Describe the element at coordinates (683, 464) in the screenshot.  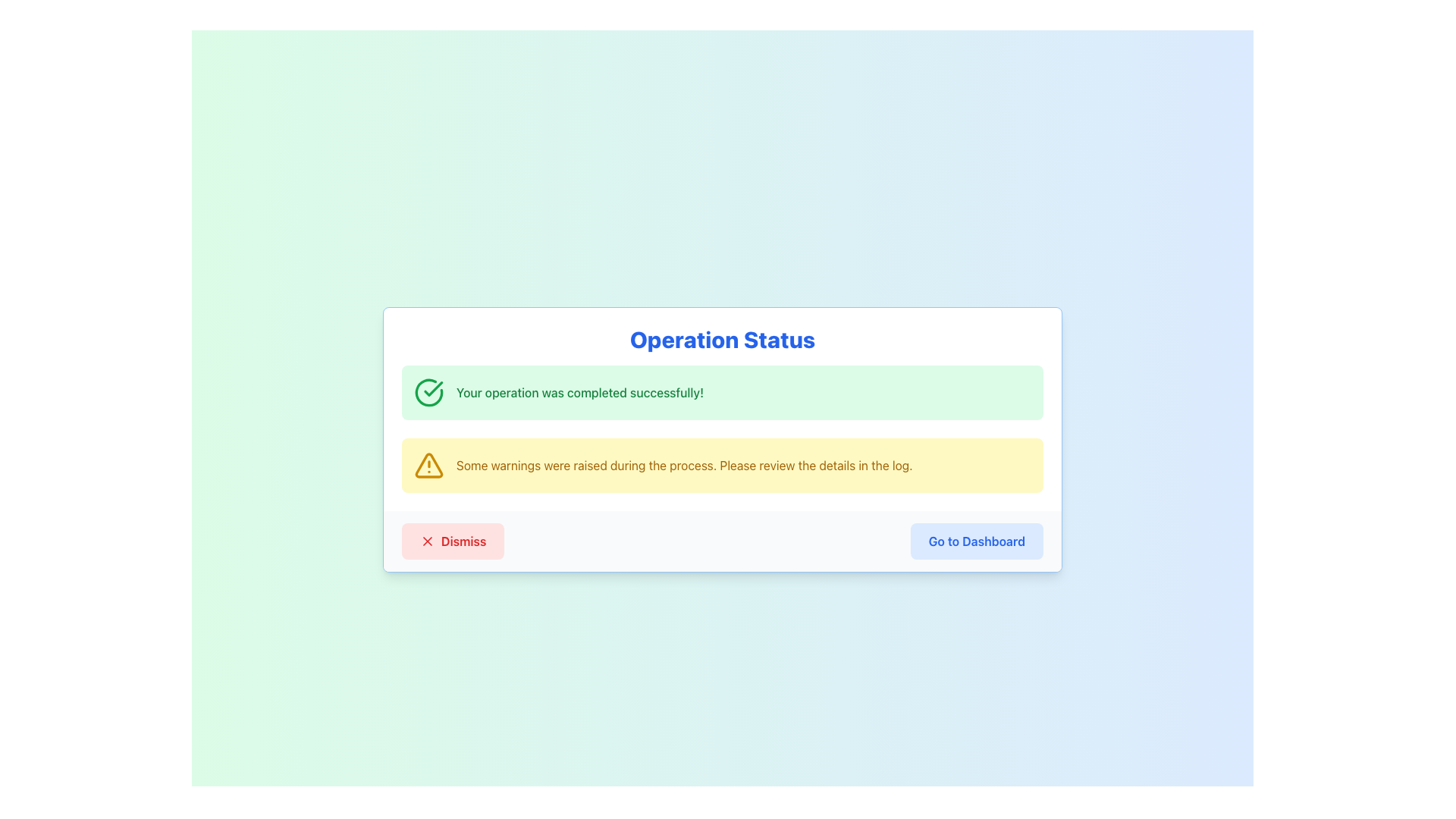
I see `static warning text displaying 'Some warnings were raised during the process. Please review the details in the log.' which is styled in yellow on a yellow background, located to the right of the warning triangle icon` at that location.